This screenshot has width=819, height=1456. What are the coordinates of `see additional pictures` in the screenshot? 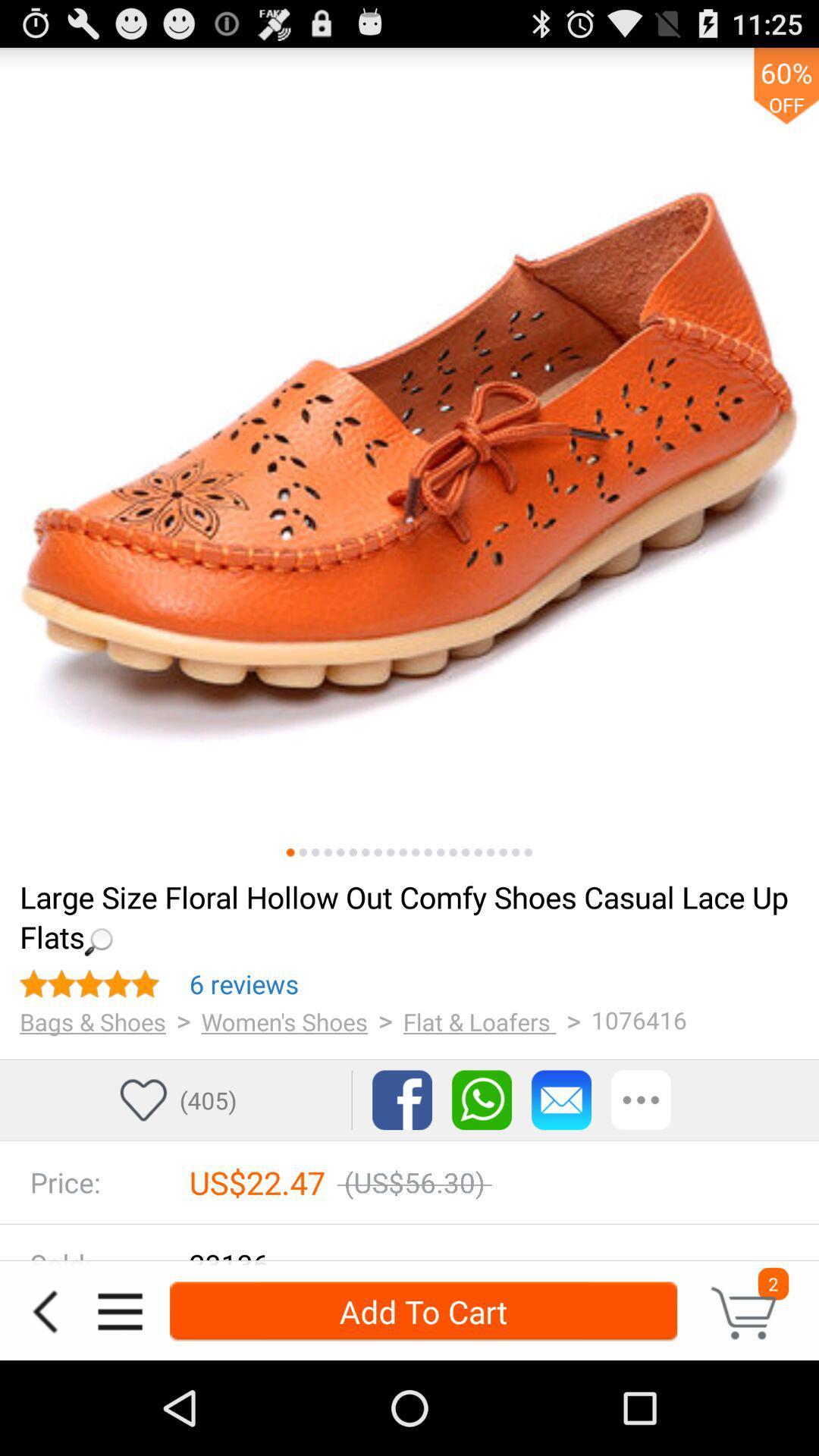 It's located at (377, 852).